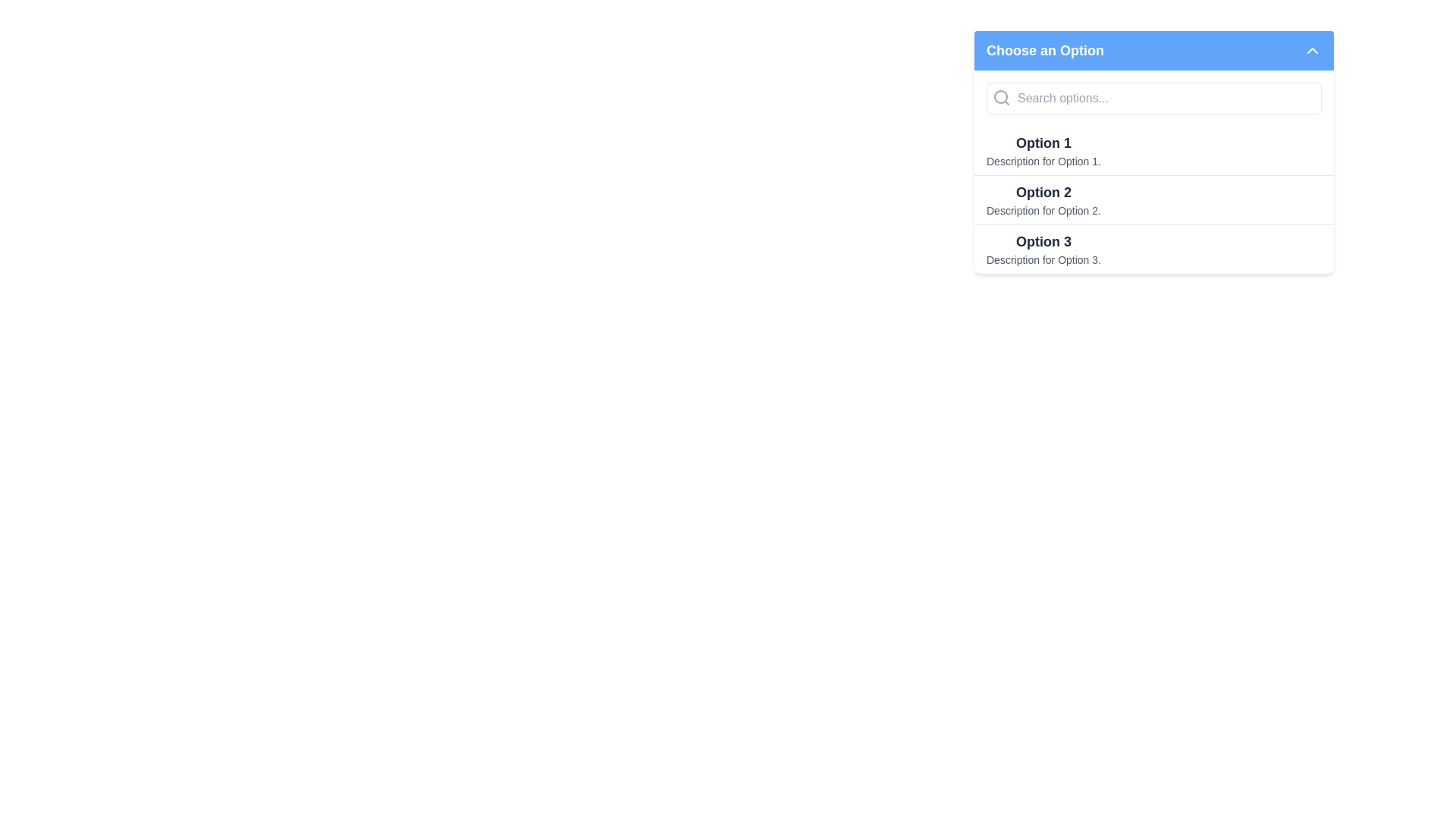 The image size is (1456, 819). Describe the element at coordinates (1043, 151) in the screenshot. I see `the first list item in the dropdown menu, which displays 'Option 1' in bold and larger font` at that location.